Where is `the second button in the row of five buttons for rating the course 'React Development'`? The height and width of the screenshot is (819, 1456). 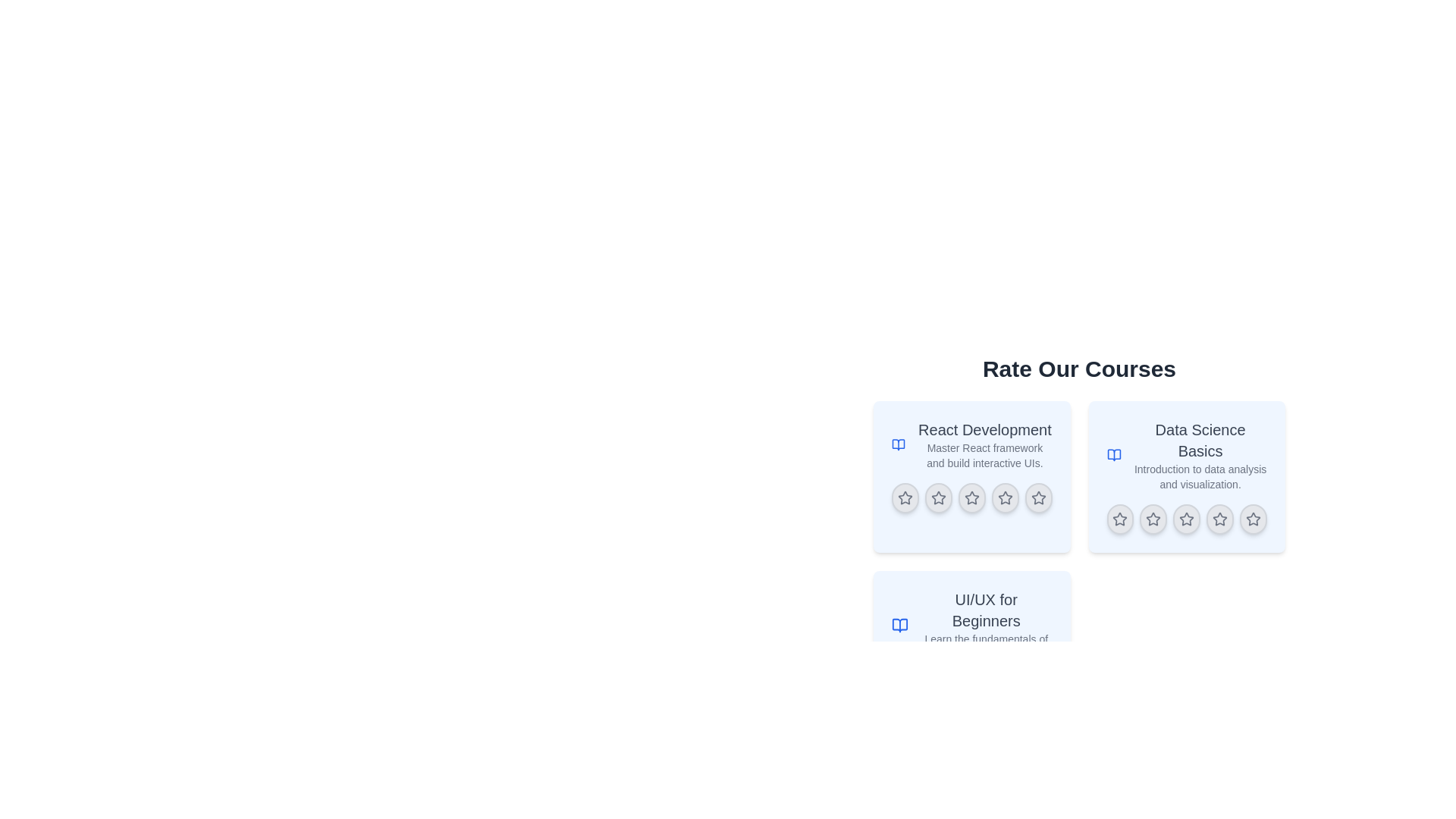
the second button in the row of five buttons for rating the course 'React Development' is located at coordinates (937, 497).